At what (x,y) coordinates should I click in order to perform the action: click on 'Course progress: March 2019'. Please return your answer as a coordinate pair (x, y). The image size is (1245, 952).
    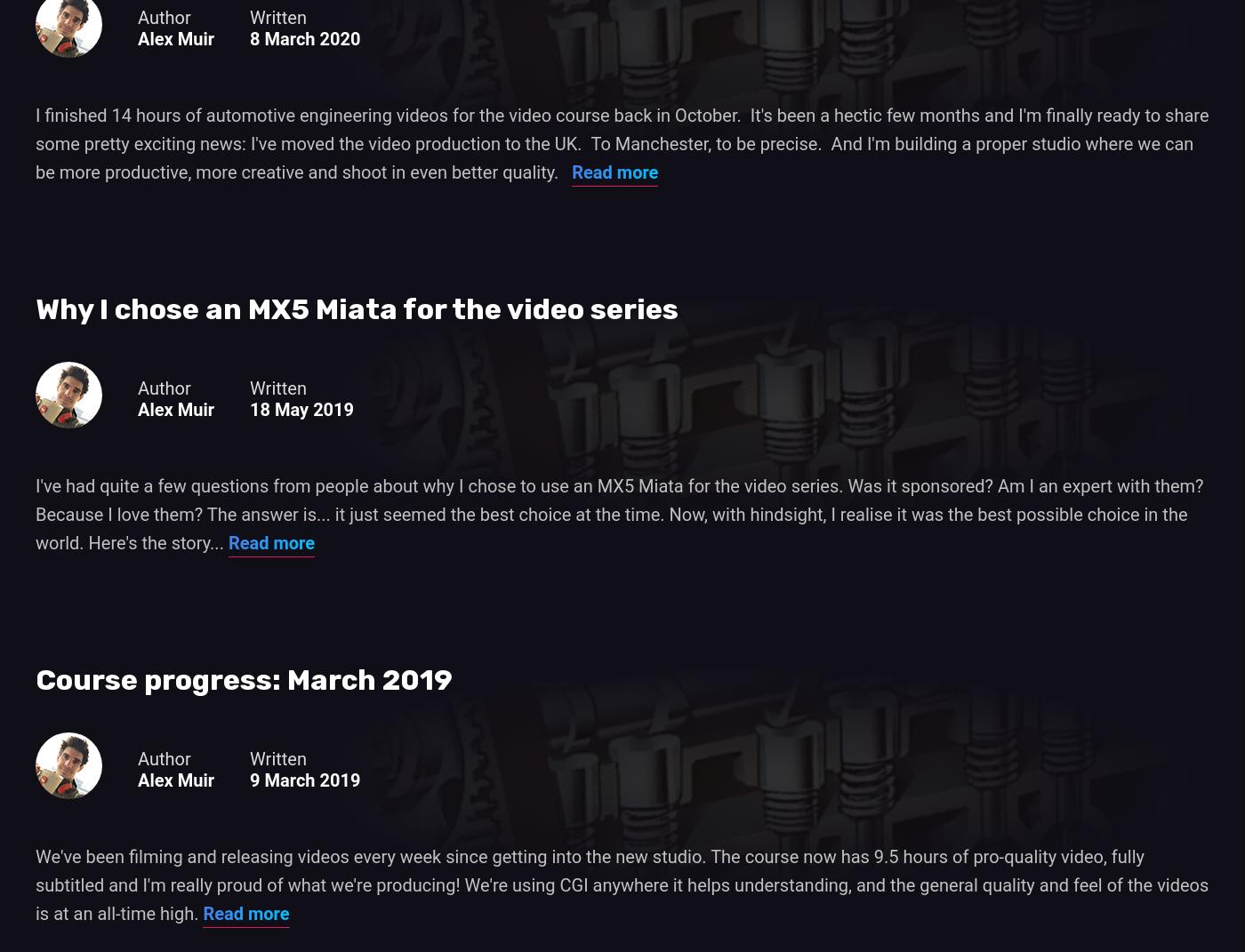
    Looking at the image, I should click on (244, 680).